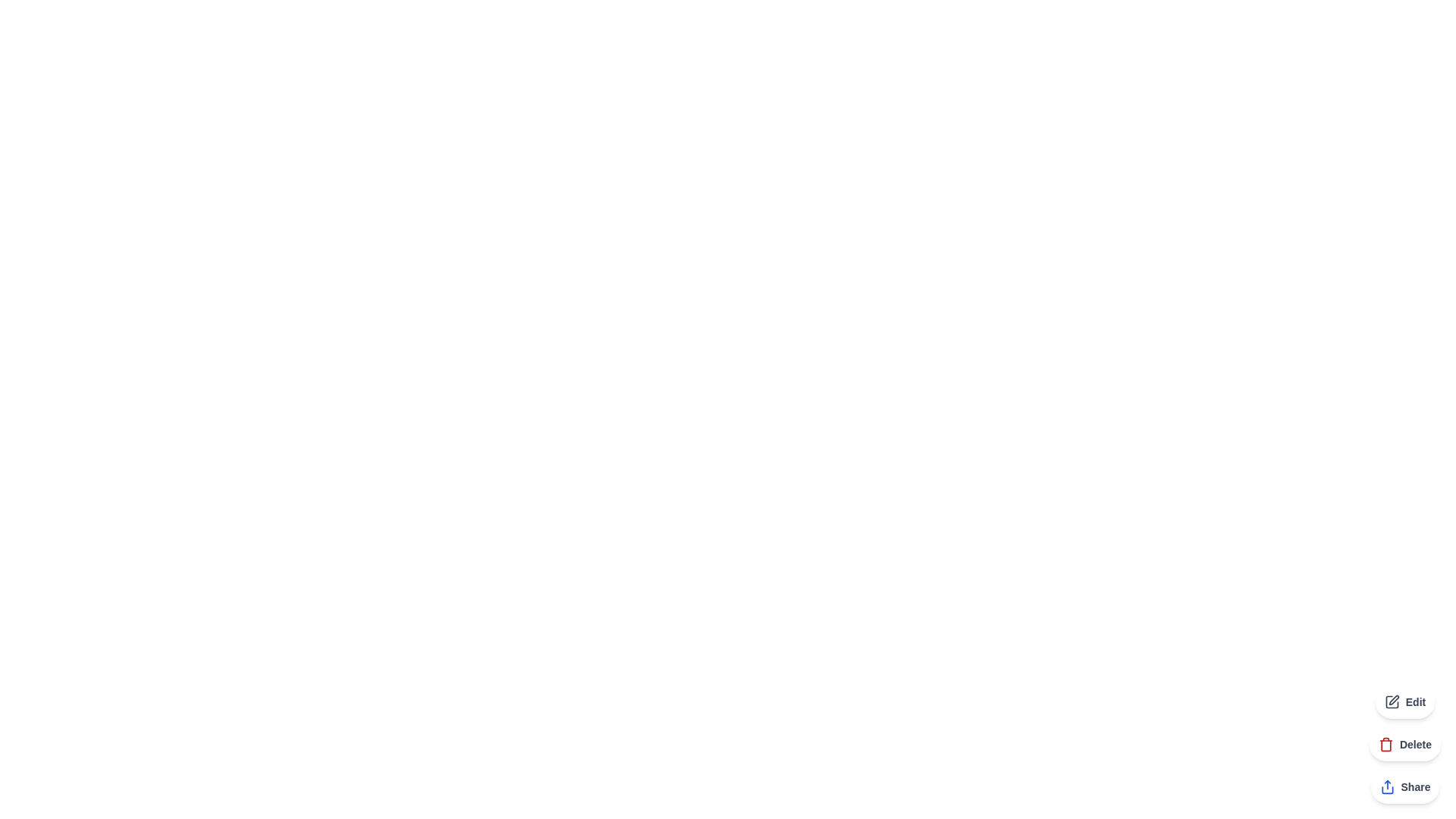 The height and width of the screenshot is (819, 1456). I want to click on the share button located at the bottom-right corner of the interface, which is the third button in a vertical stack of shareable action buttons, so click(1404, 786).